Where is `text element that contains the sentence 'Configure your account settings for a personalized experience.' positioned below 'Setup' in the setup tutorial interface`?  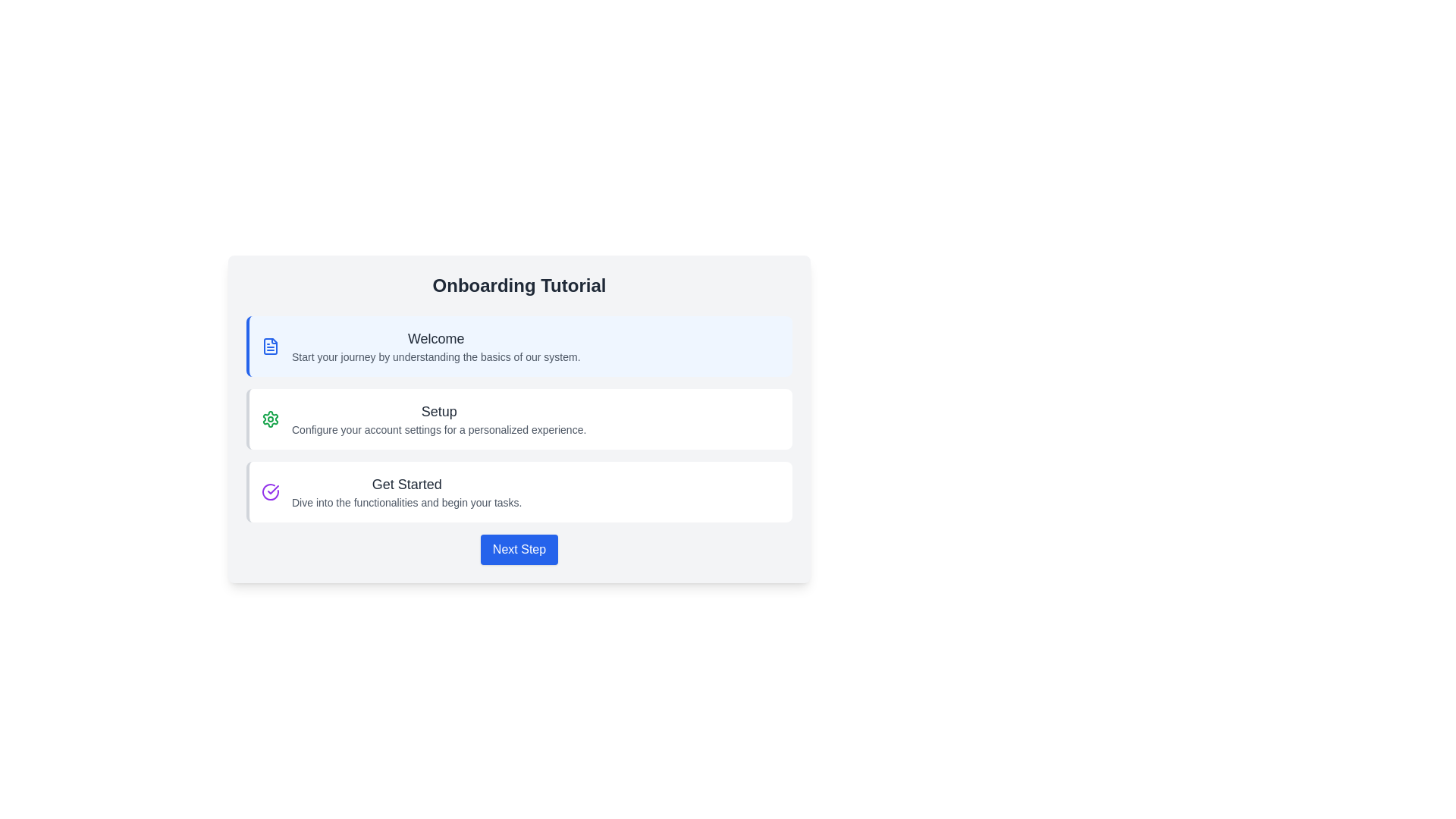
text element that contains the sentence 'Configure your account settings for a personalized experience.' positioned below 'Setup' in the setup tutorial interface is located at coordinates (438, 430).